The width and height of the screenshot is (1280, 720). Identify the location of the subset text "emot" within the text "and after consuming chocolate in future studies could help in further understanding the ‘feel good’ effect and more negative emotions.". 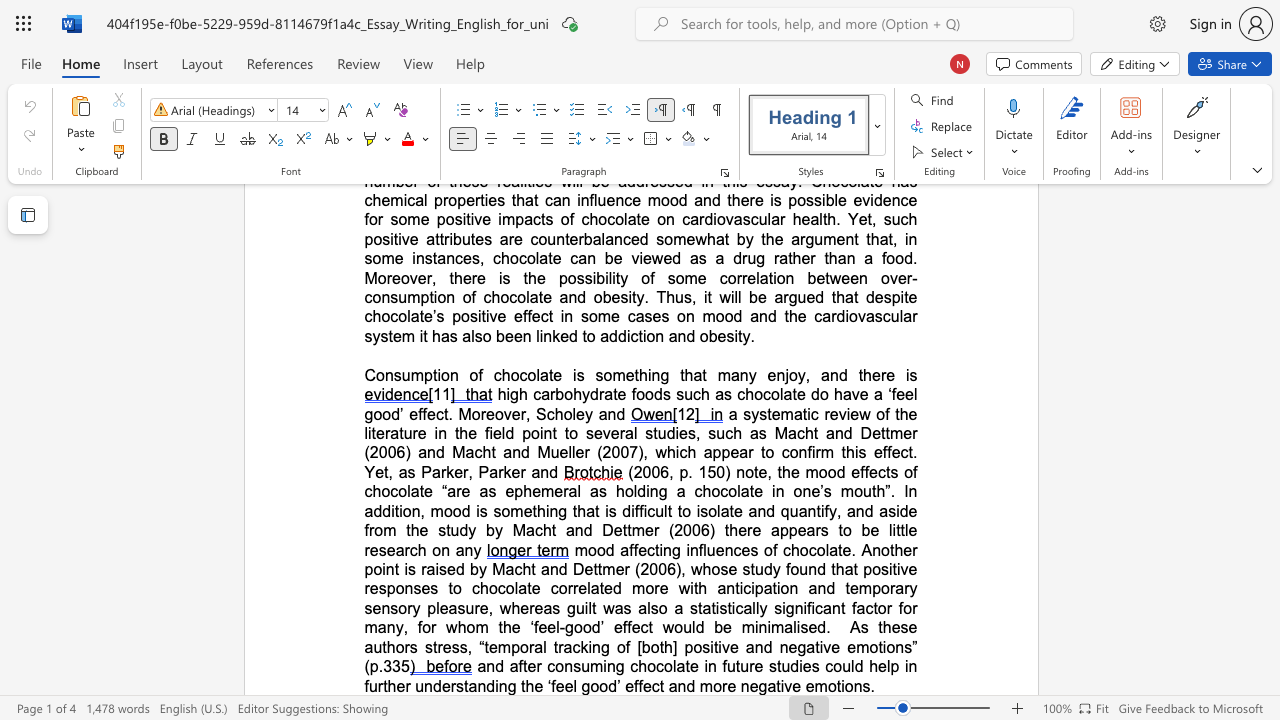
(805, 685).